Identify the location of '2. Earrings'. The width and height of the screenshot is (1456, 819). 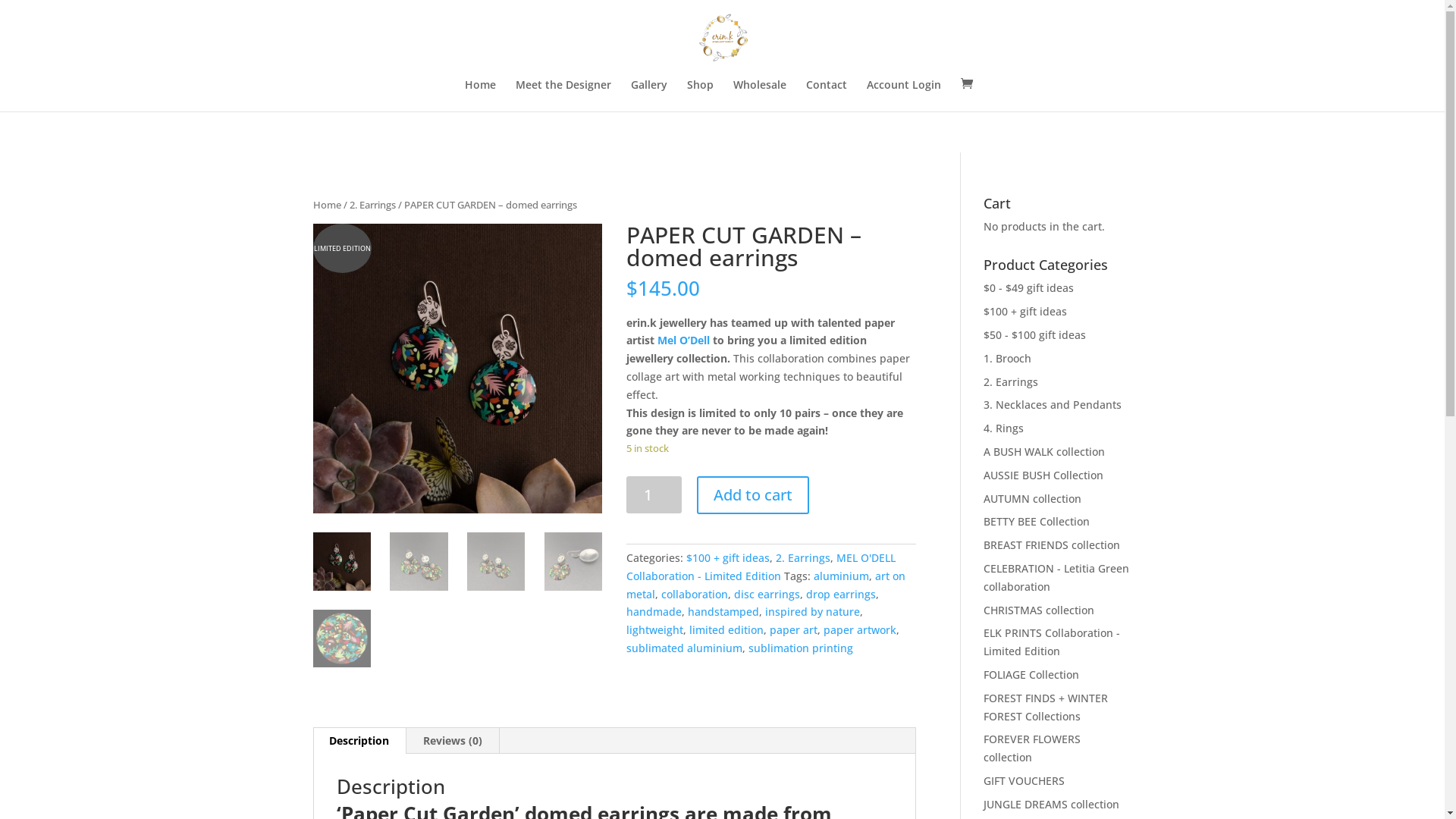
(372, 205).